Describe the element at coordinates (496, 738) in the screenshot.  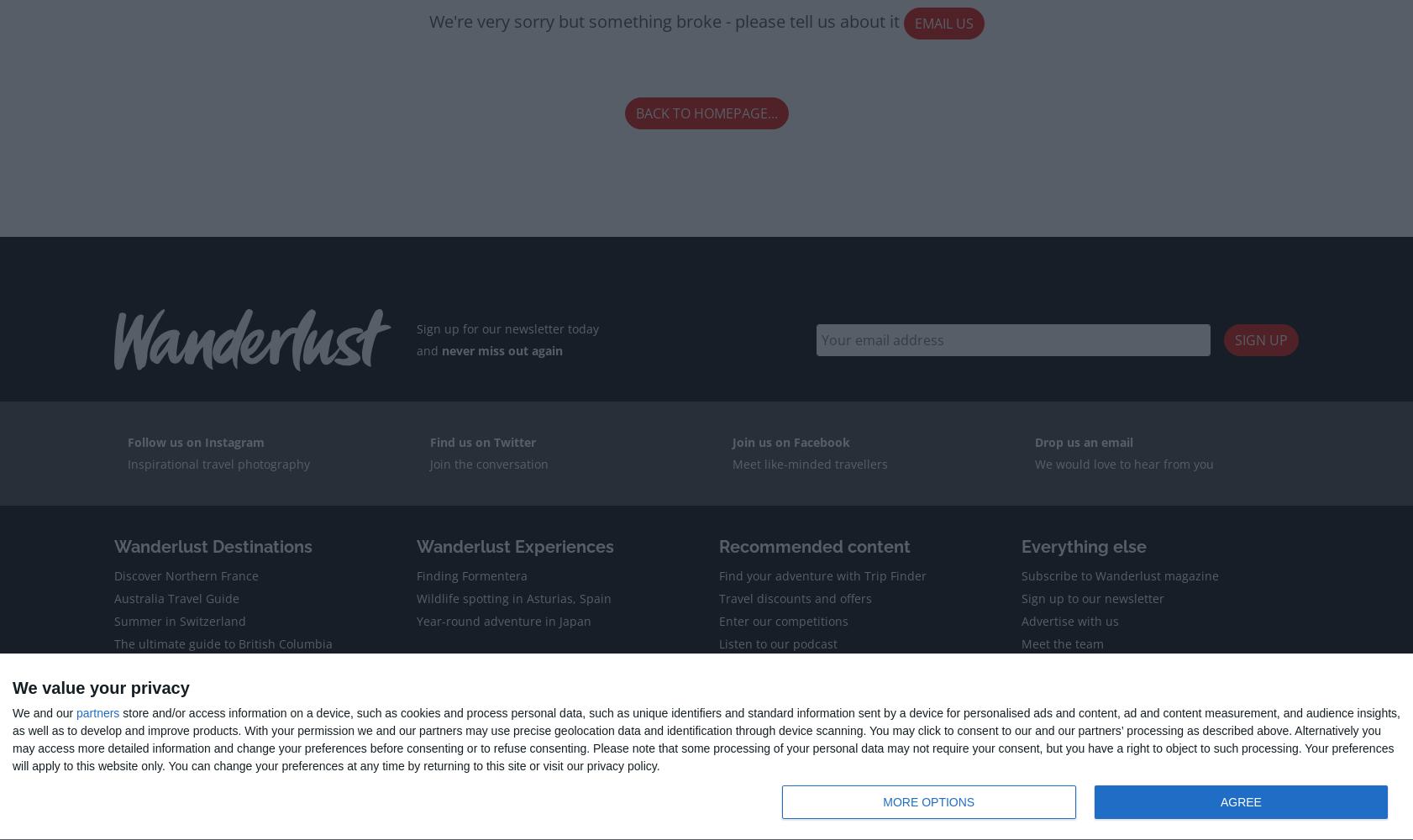
I see `'Report a problem'` at that location.